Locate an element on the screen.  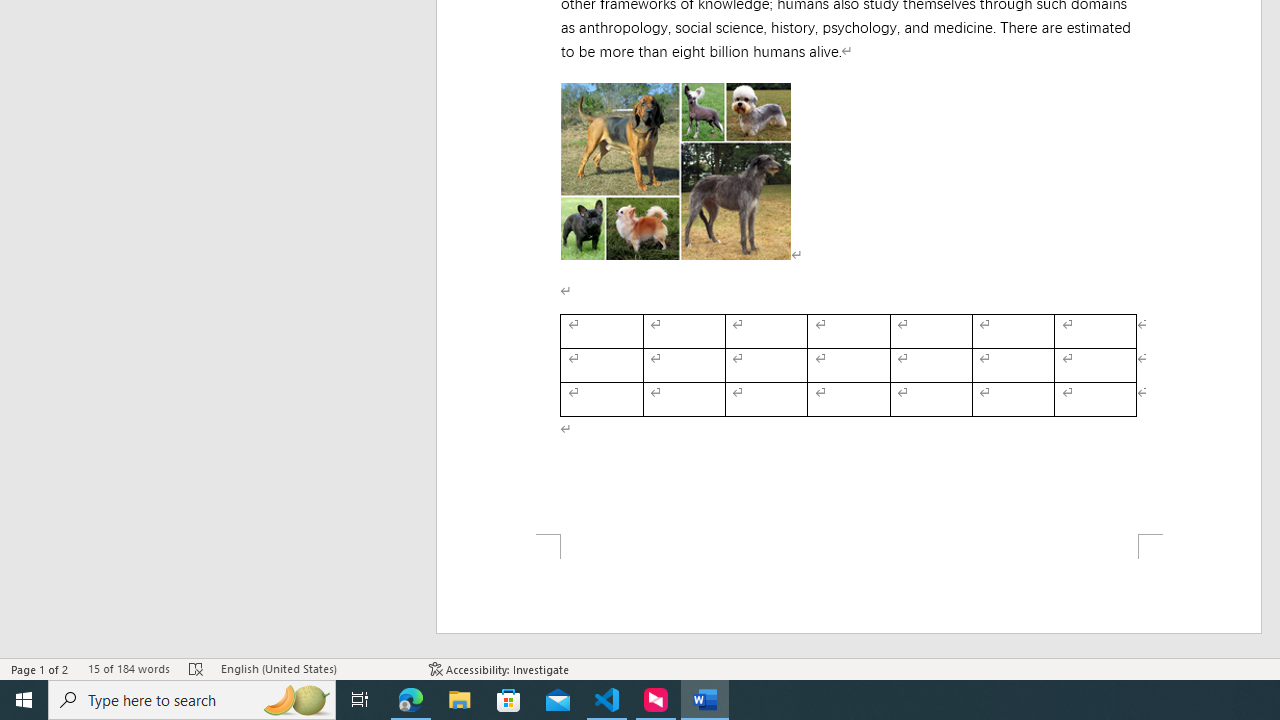
'Language English (United States)' is located at coordinates (314, 669).